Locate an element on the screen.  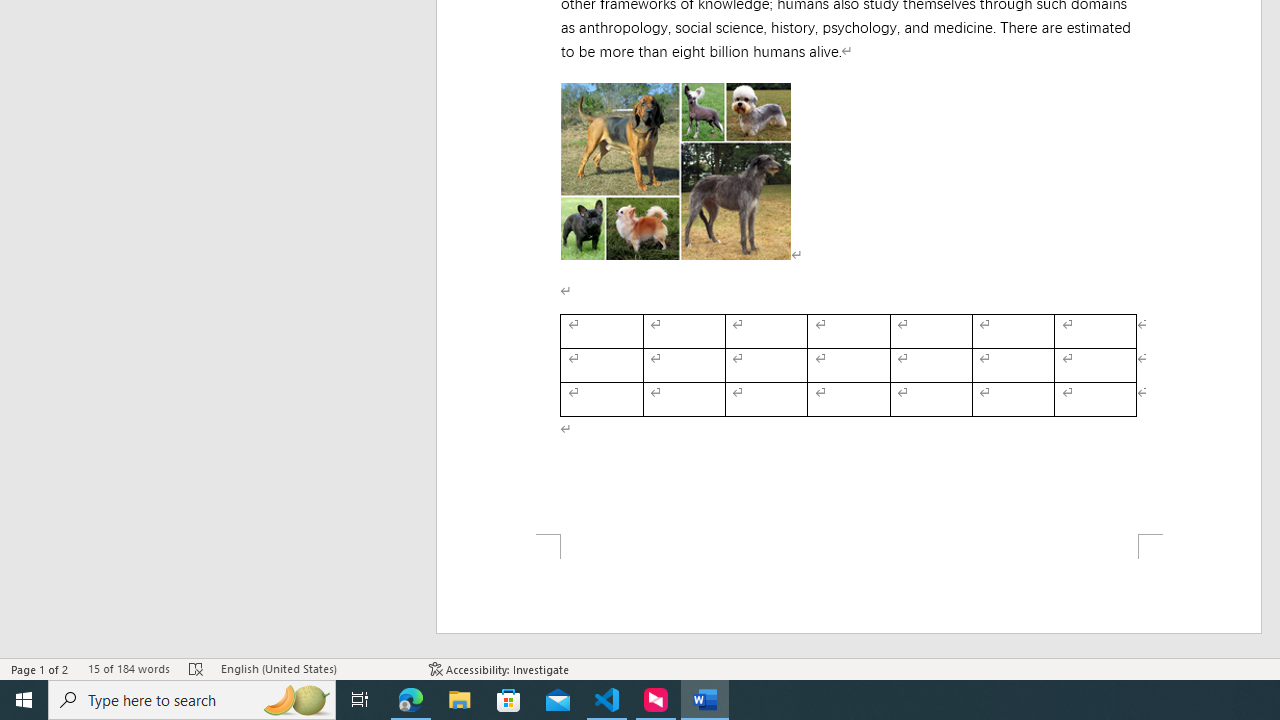
'Language English (United States)' is located at coordinates (314, 669).